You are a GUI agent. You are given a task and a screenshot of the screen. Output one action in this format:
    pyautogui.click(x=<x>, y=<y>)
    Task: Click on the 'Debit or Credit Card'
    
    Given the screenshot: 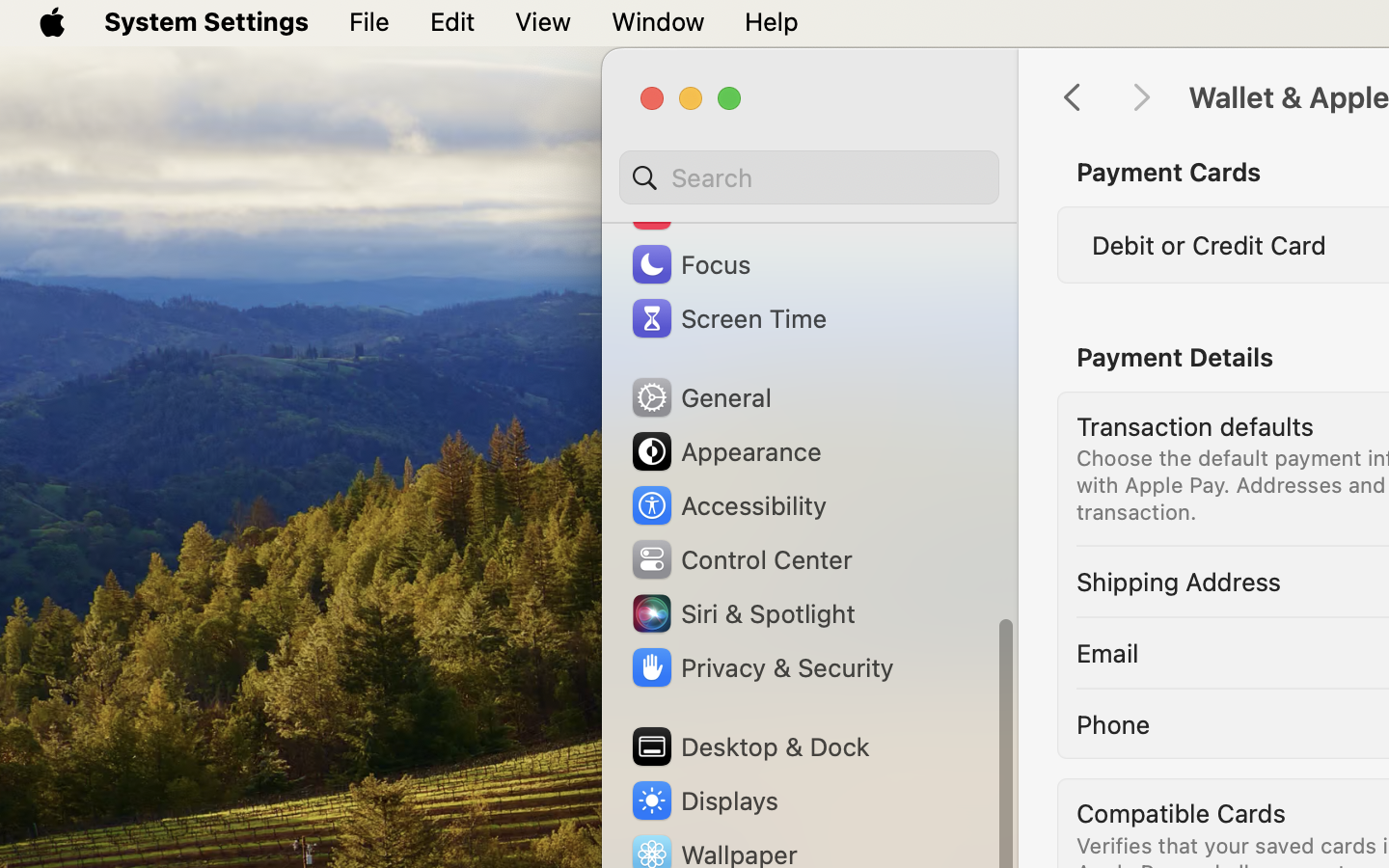 What is the action you would take?
    pyautogui.click(x=1208, y=243)
    